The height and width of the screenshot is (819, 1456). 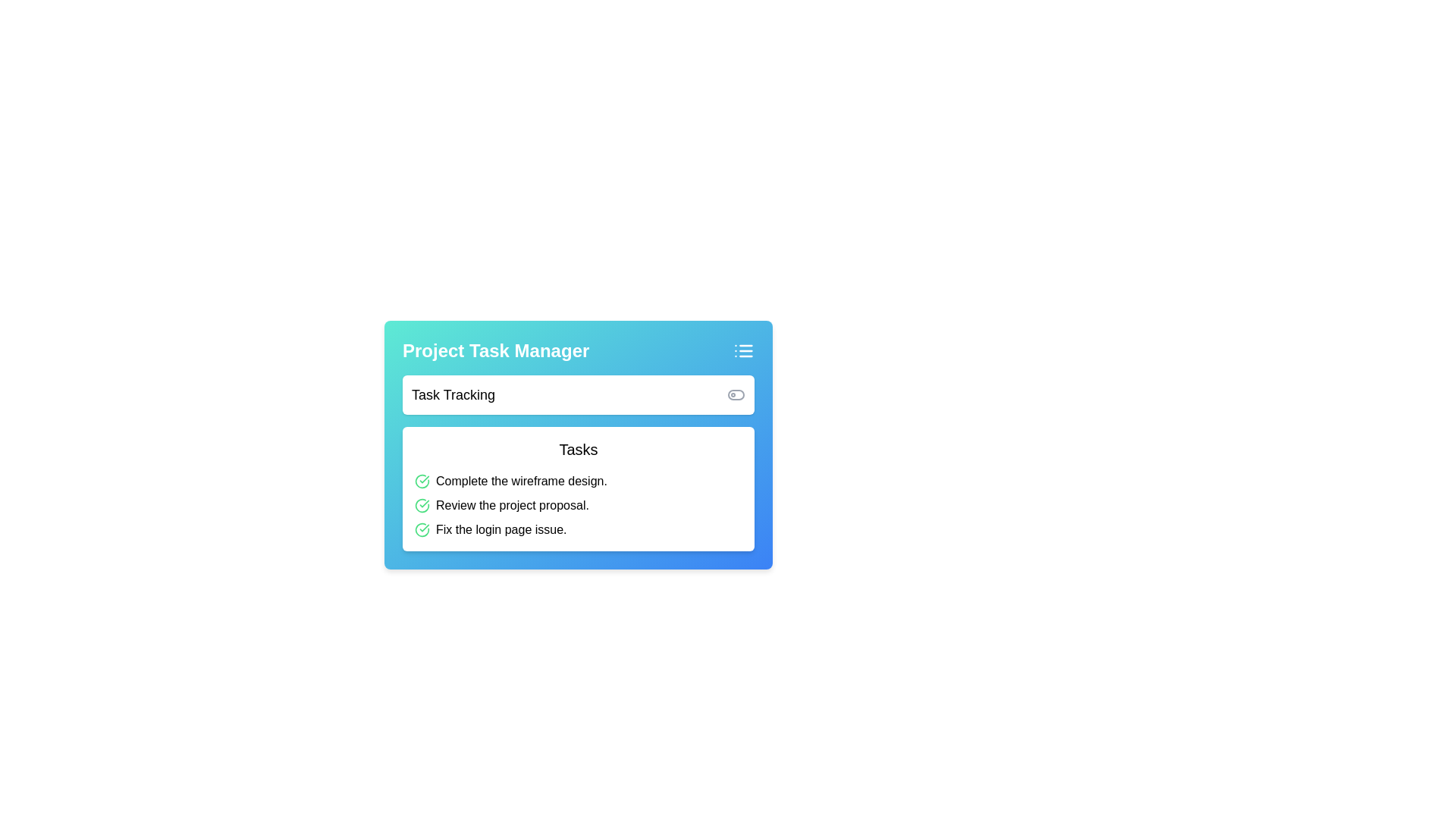 What do you see at coordinates (743, 350) in the screenshot?
I see `the three-lined menu icon in the top-right corner of the 'Project Task Manager' header` at bounding box center [743, 350].